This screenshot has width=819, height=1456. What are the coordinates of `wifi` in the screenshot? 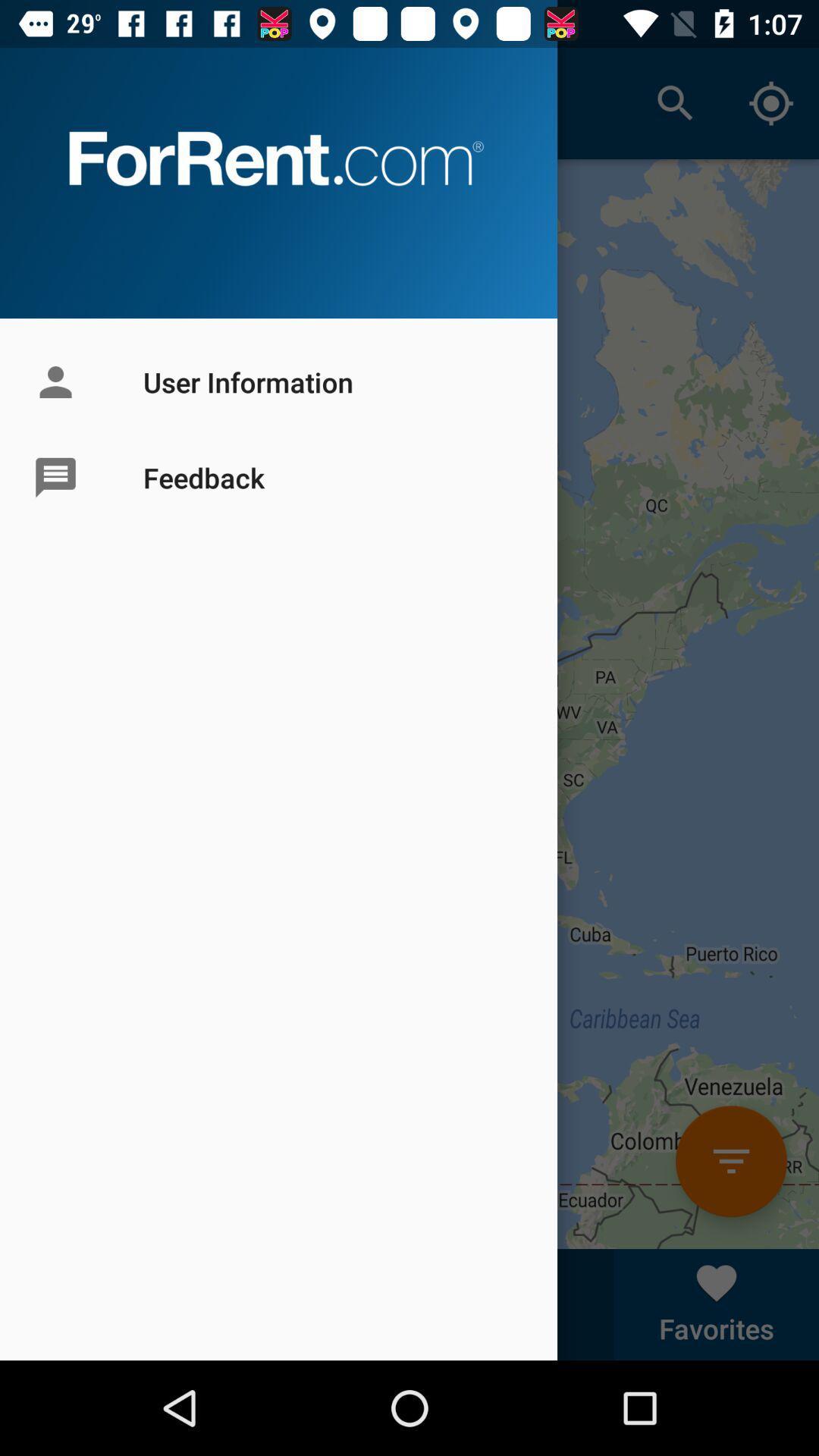 It's located at (730, 1160).